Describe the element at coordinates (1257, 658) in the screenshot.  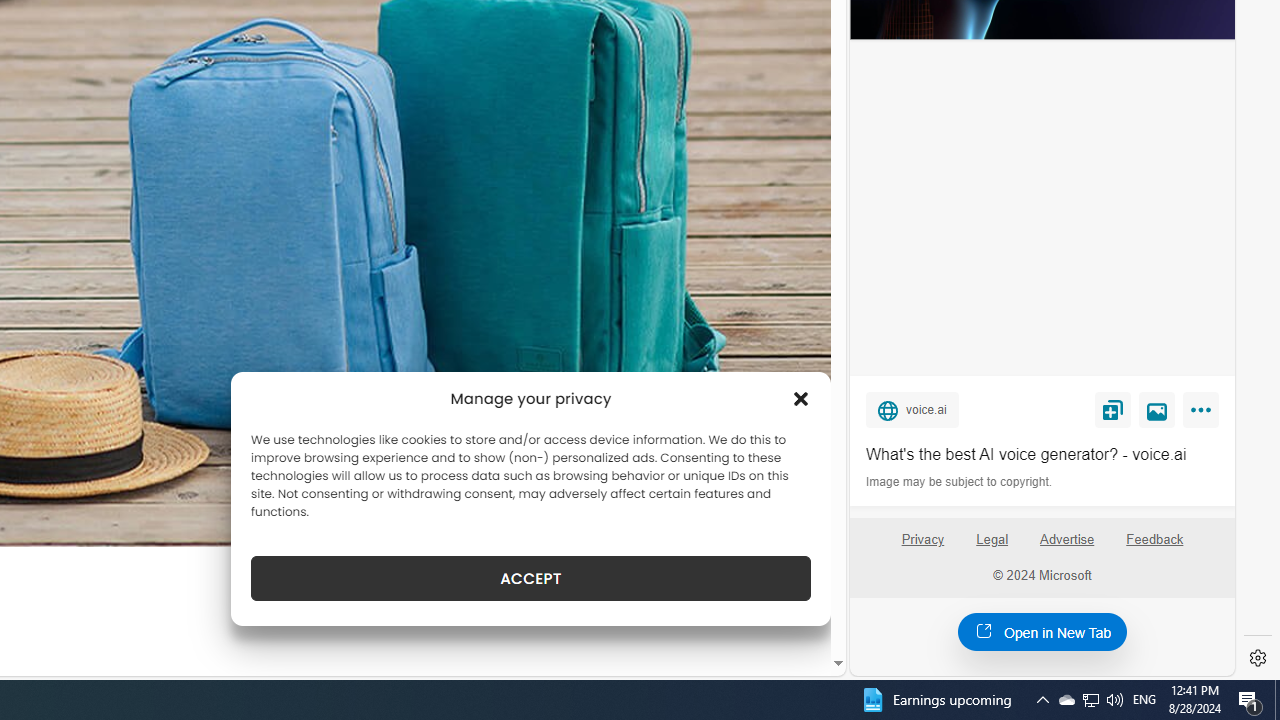
I see `'Settings'` at that location.